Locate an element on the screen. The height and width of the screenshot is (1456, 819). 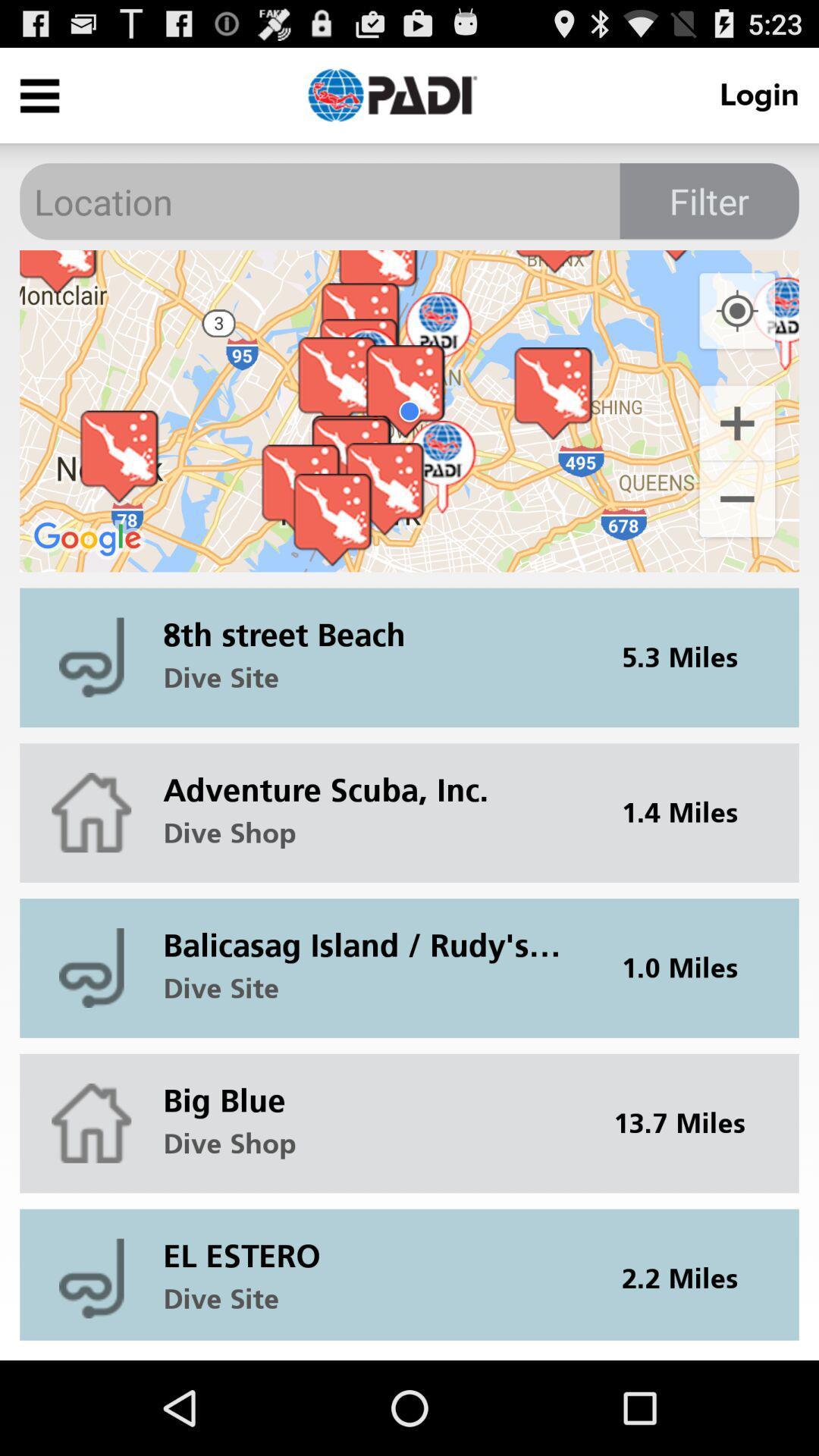
the item to the left of 1.0 miles is located at coordinates (372, 933).